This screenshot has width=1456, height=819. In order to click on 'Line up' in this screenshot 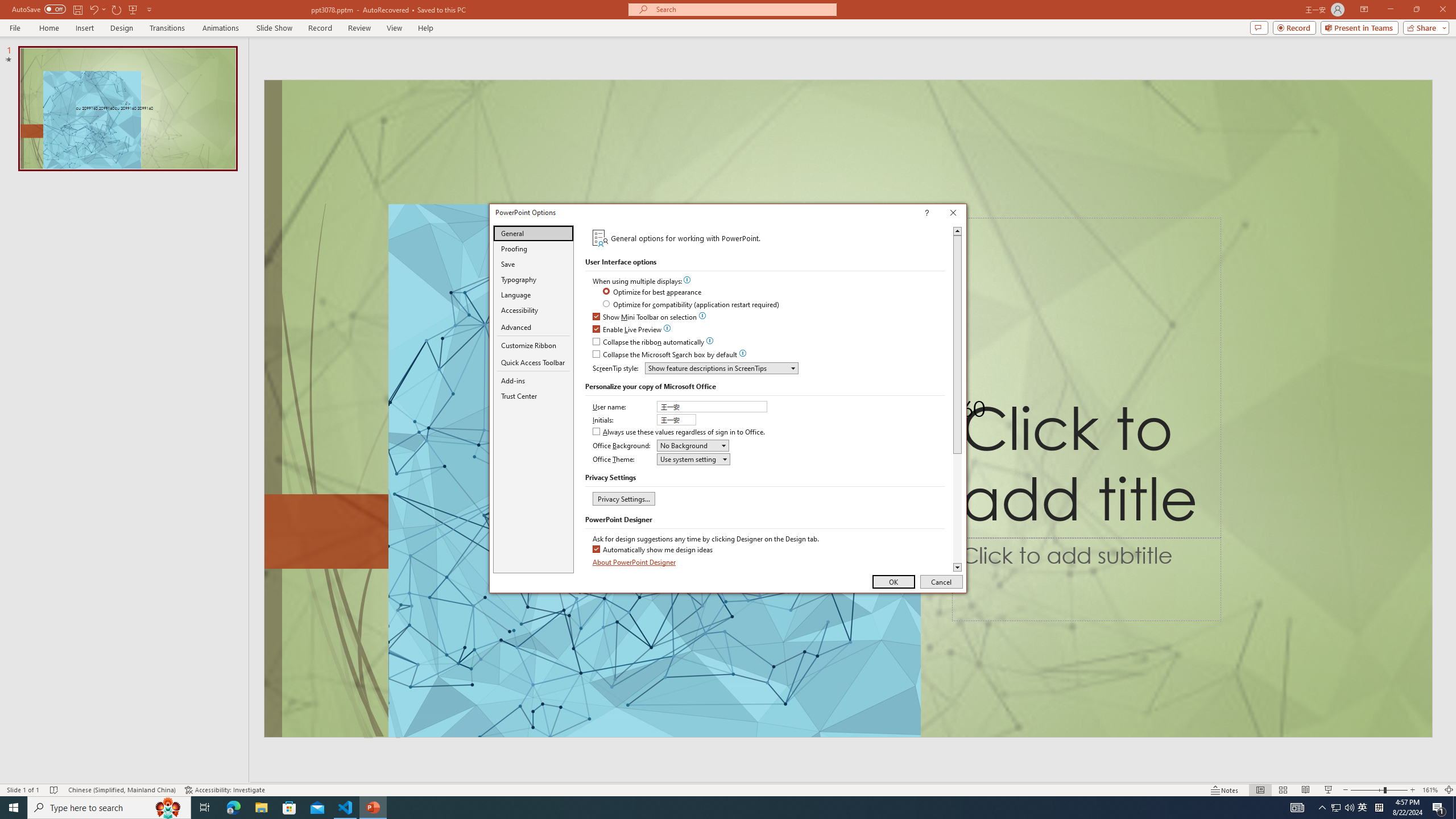, I will do `click(957, 230)`.